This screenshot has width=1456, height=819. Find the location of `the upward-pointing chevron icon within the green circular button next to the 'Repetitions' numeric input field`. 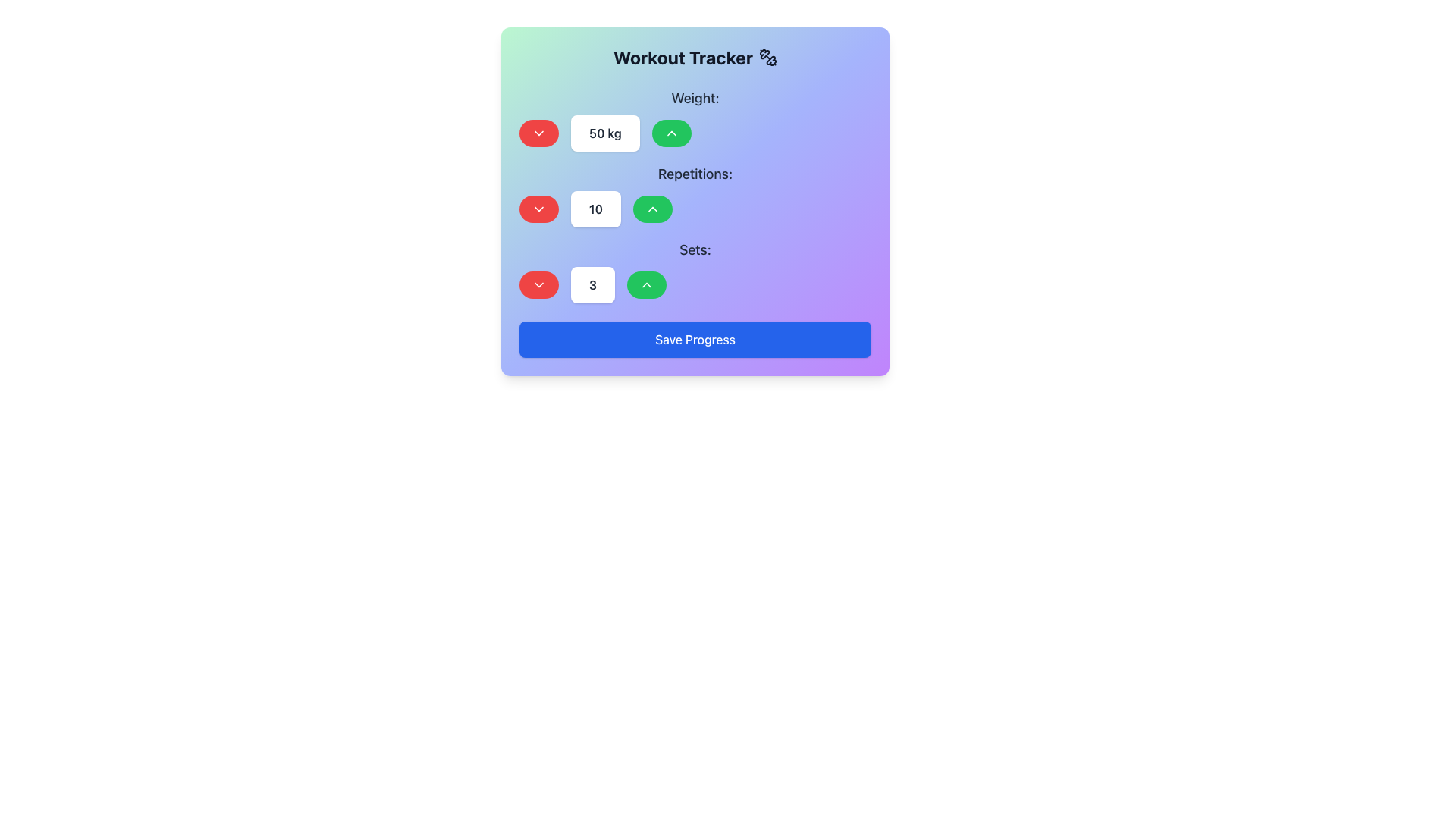

the upward-pointing chevron icon within the green circular button next to the 'Repetitions' numeric input field is located at coordinates (670, 133).